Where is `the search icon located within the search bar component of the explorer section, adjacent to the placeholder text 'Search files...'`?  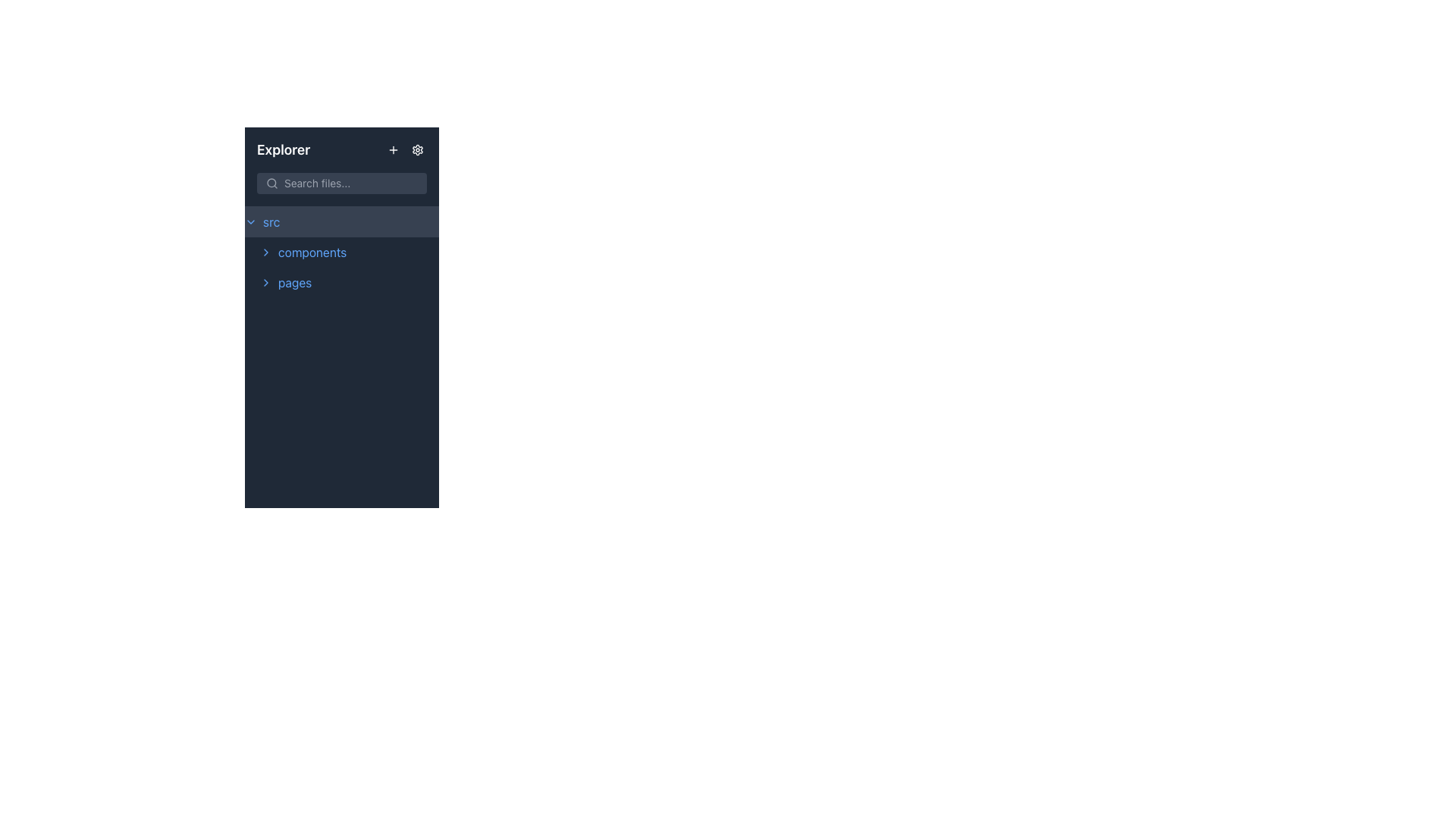
the search icon located within the search bar component of the explorer section, adjacent to the placeholder text 'Search files...' is located at coordinates (272, 183).